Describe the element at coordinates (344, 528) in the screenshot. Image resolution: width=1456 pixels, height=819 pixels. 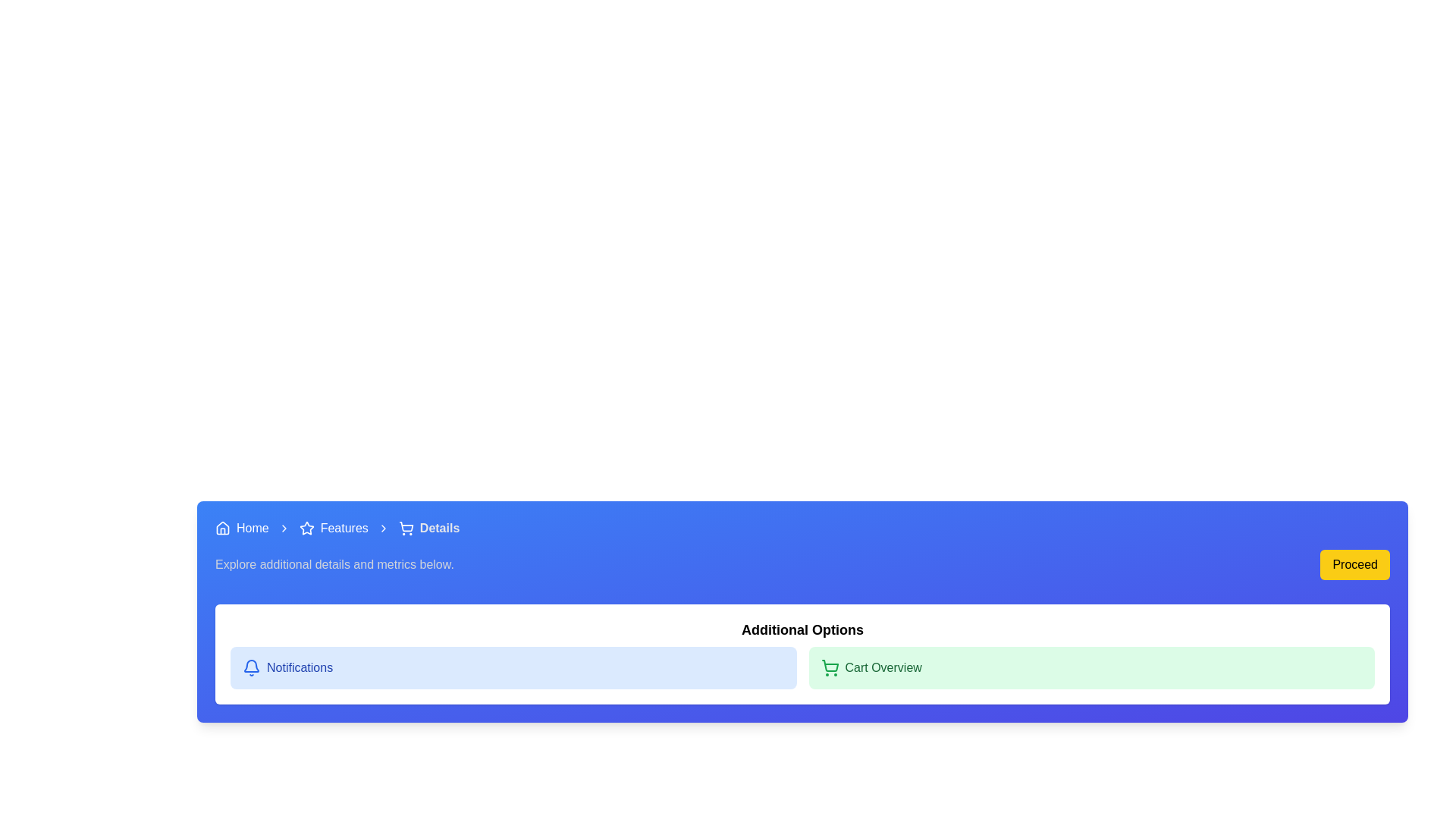
I see `the hyperlink text` at that location.